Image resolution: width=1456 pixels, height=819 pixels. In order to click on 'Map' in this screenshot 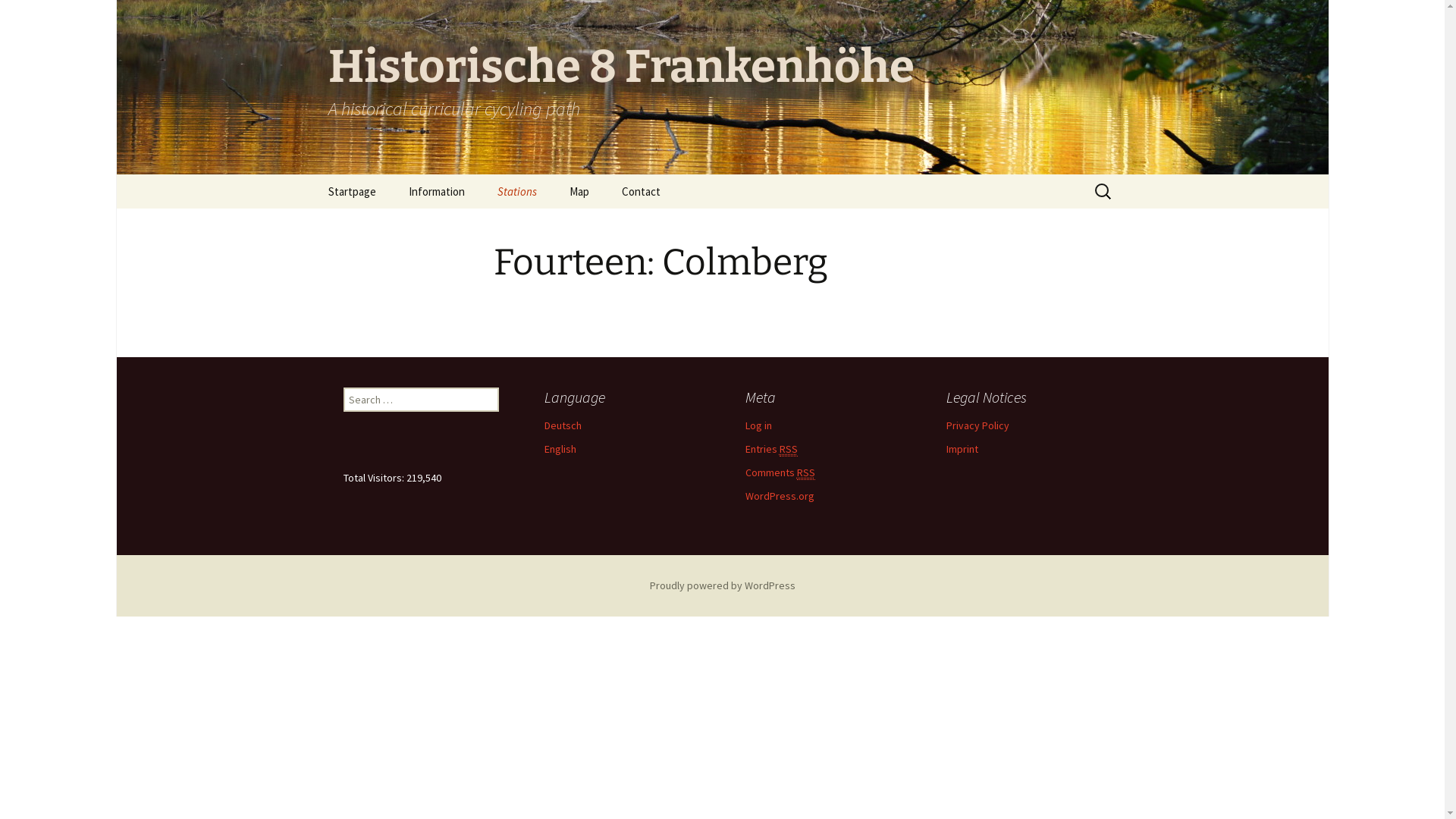, I will do `click(578, 190)`.